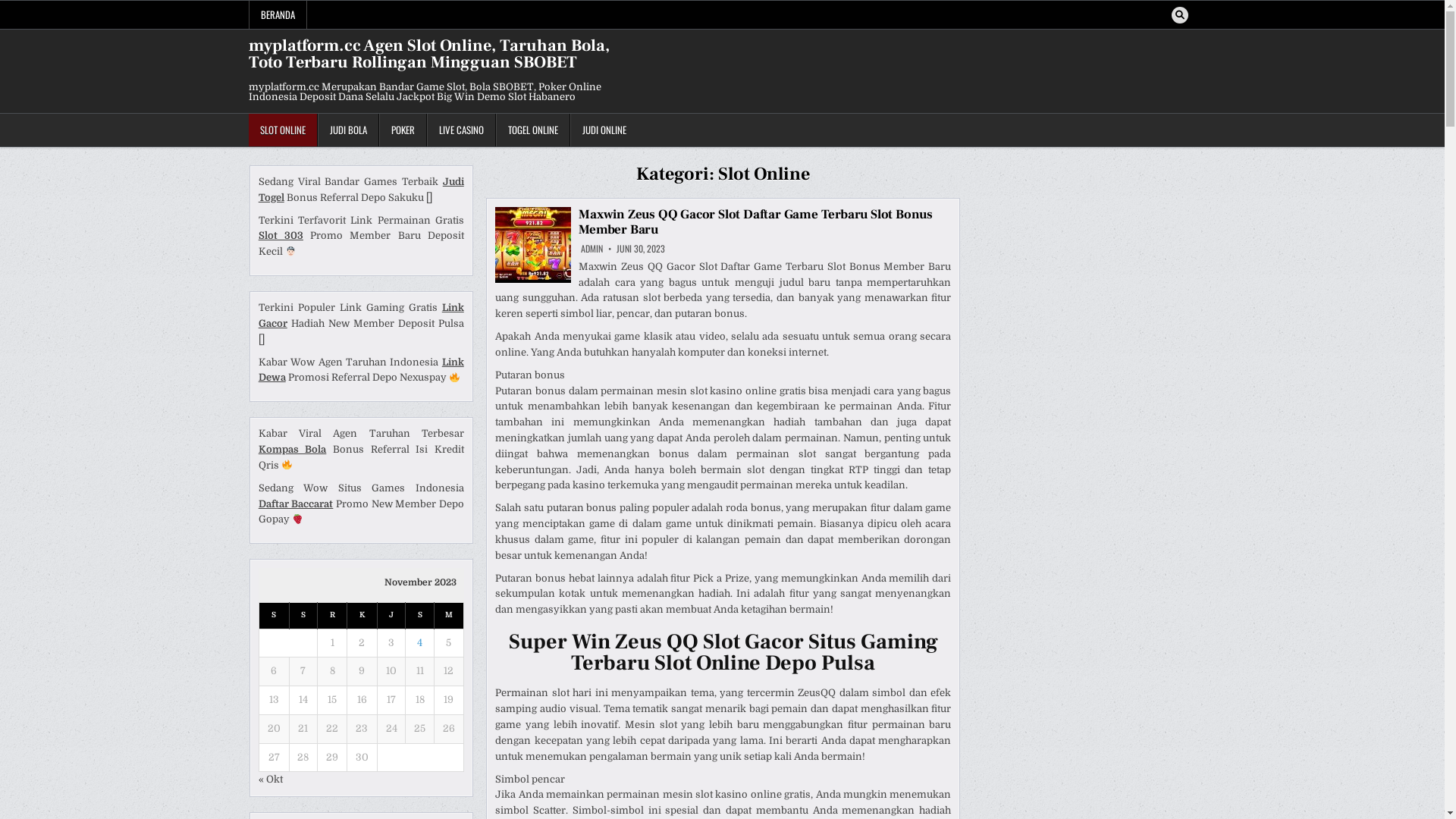 This screenshot has width=1456, height=819. I want to click on 'Kompas Bola', so click(292, 448).